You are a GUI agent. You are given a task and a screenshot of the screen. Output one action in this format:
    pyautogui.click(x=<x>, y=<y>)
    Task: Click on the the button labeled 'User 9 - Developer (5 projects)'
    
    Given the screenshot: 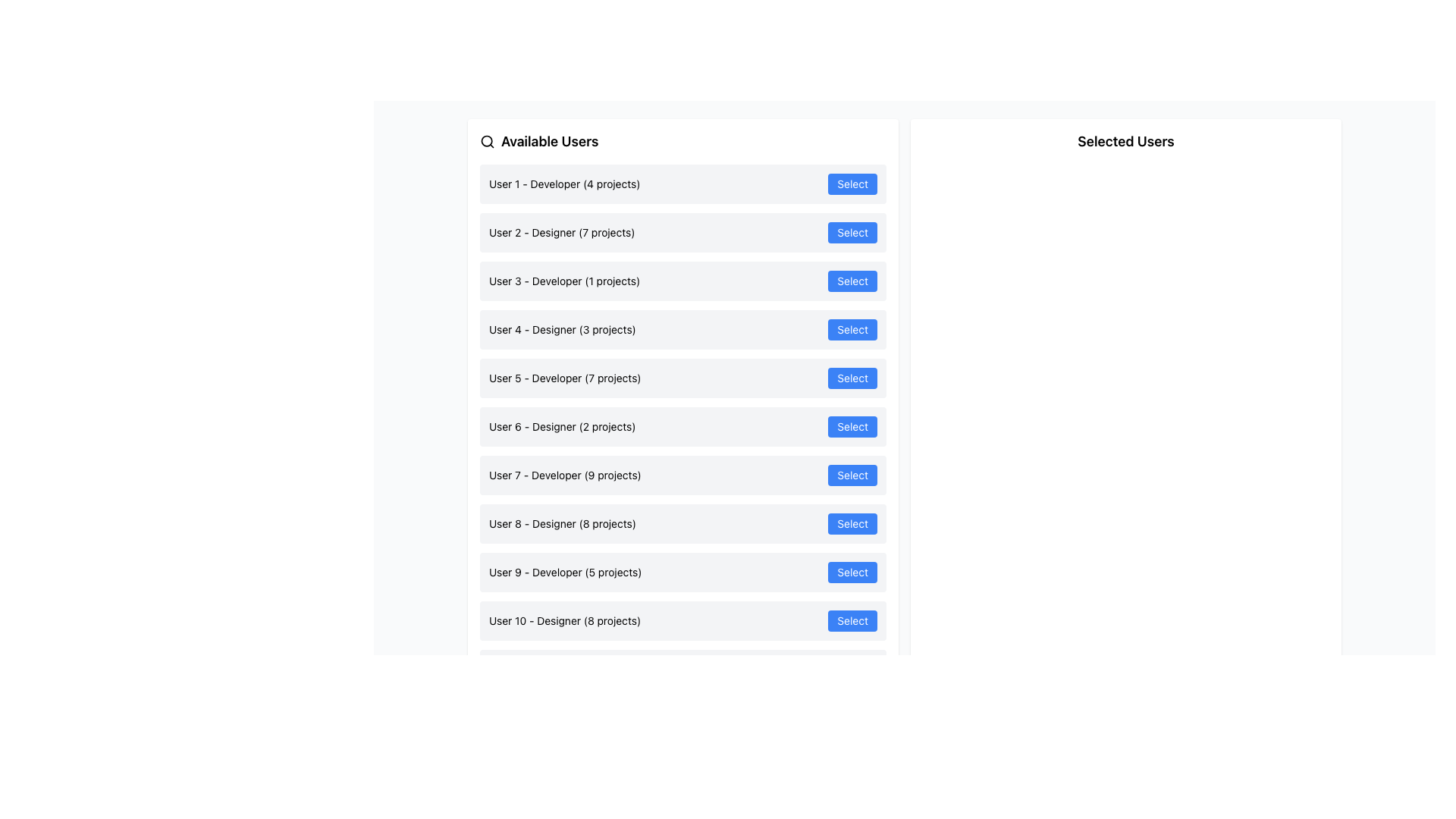 What is the action you would take?
    pyautogui.click(x=852, y=573)
    